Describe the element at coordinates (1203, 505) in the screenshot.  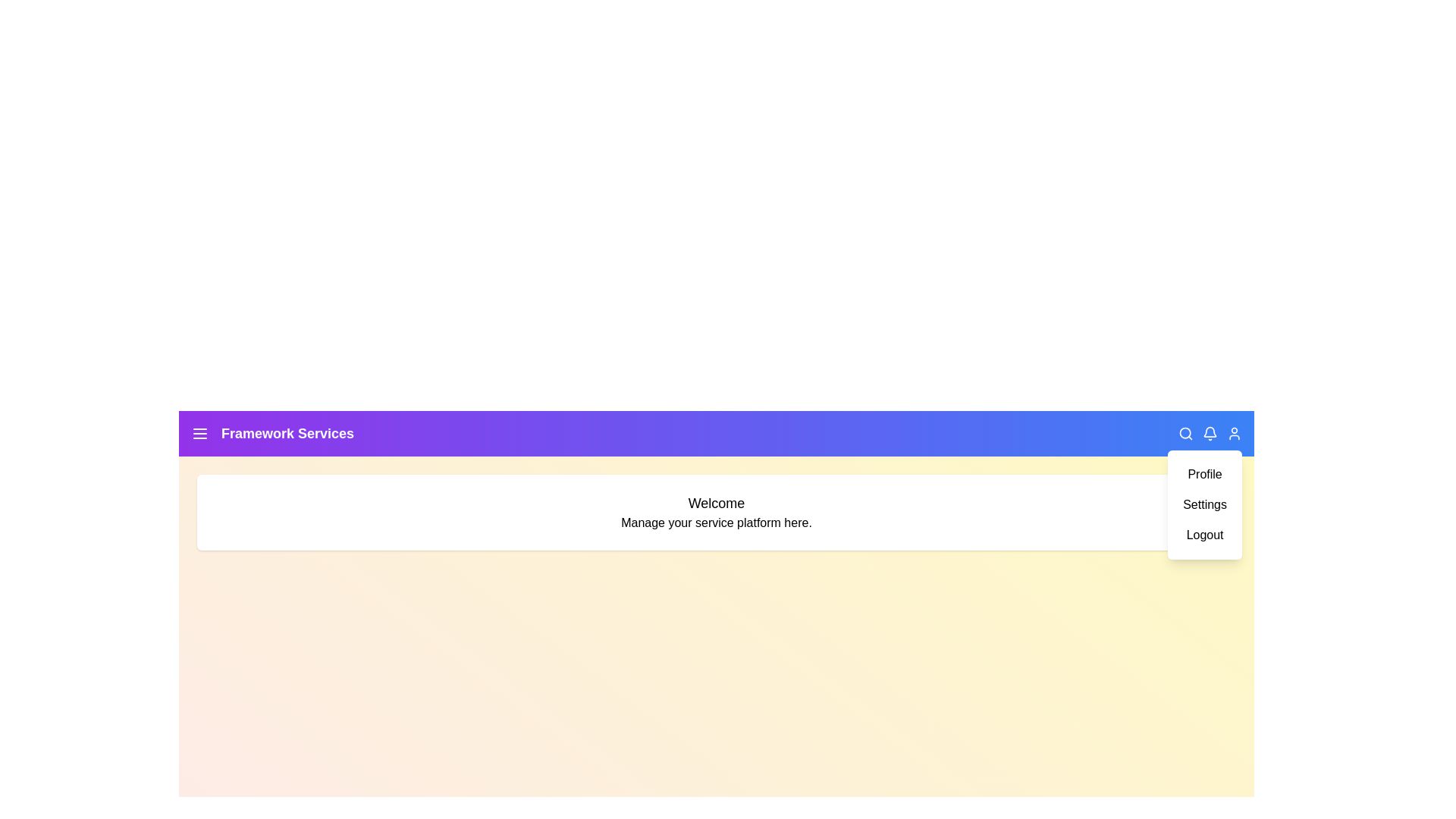
I see `the 'Settings' option in the user menu` at that location.